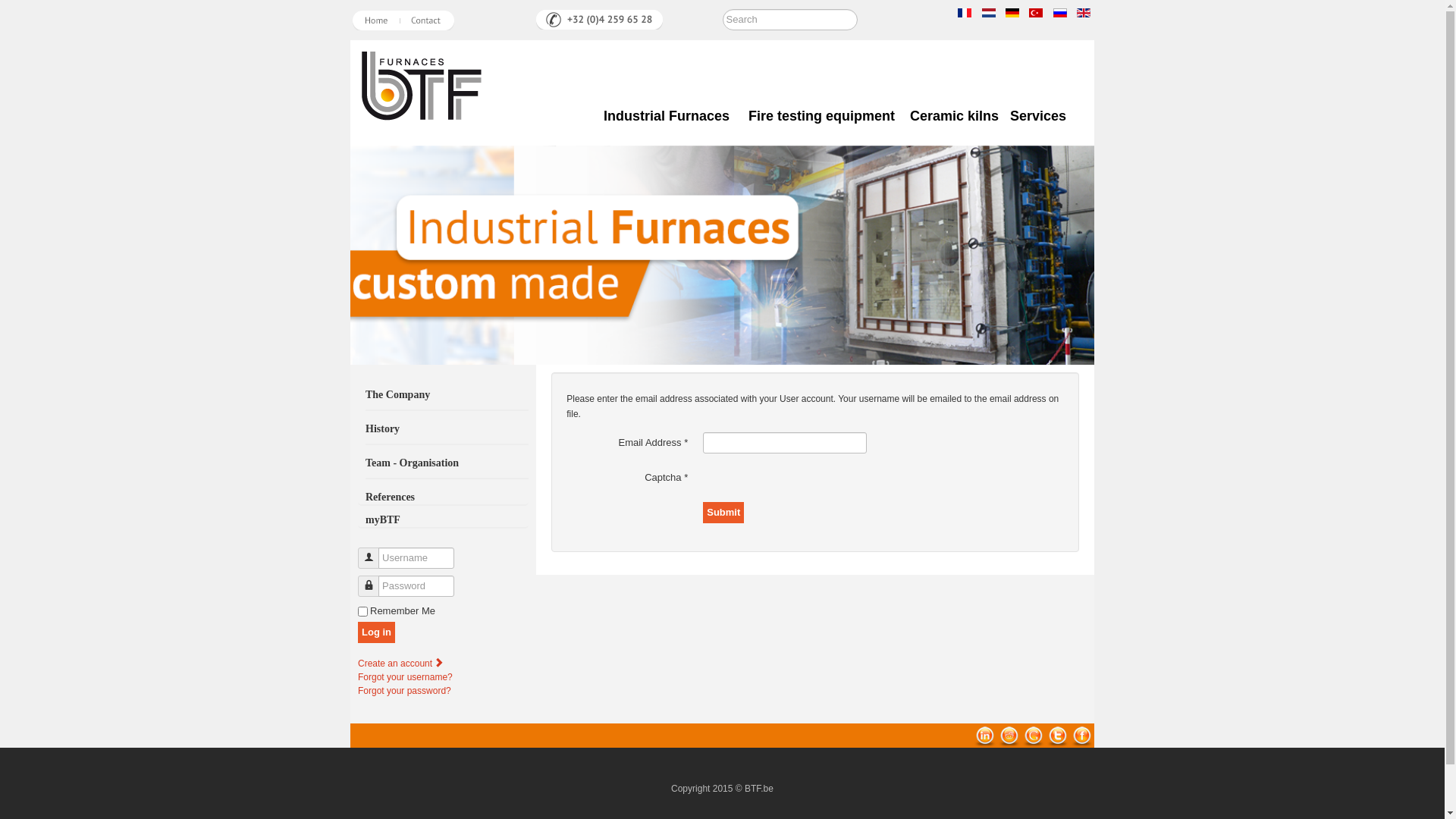 Image resolution: width=1456 pixels, height=819 pixels. What do you see at coordinates (985, 734) in the screenshot?
I see `'linkedin'` at bounding box center [985, 734].